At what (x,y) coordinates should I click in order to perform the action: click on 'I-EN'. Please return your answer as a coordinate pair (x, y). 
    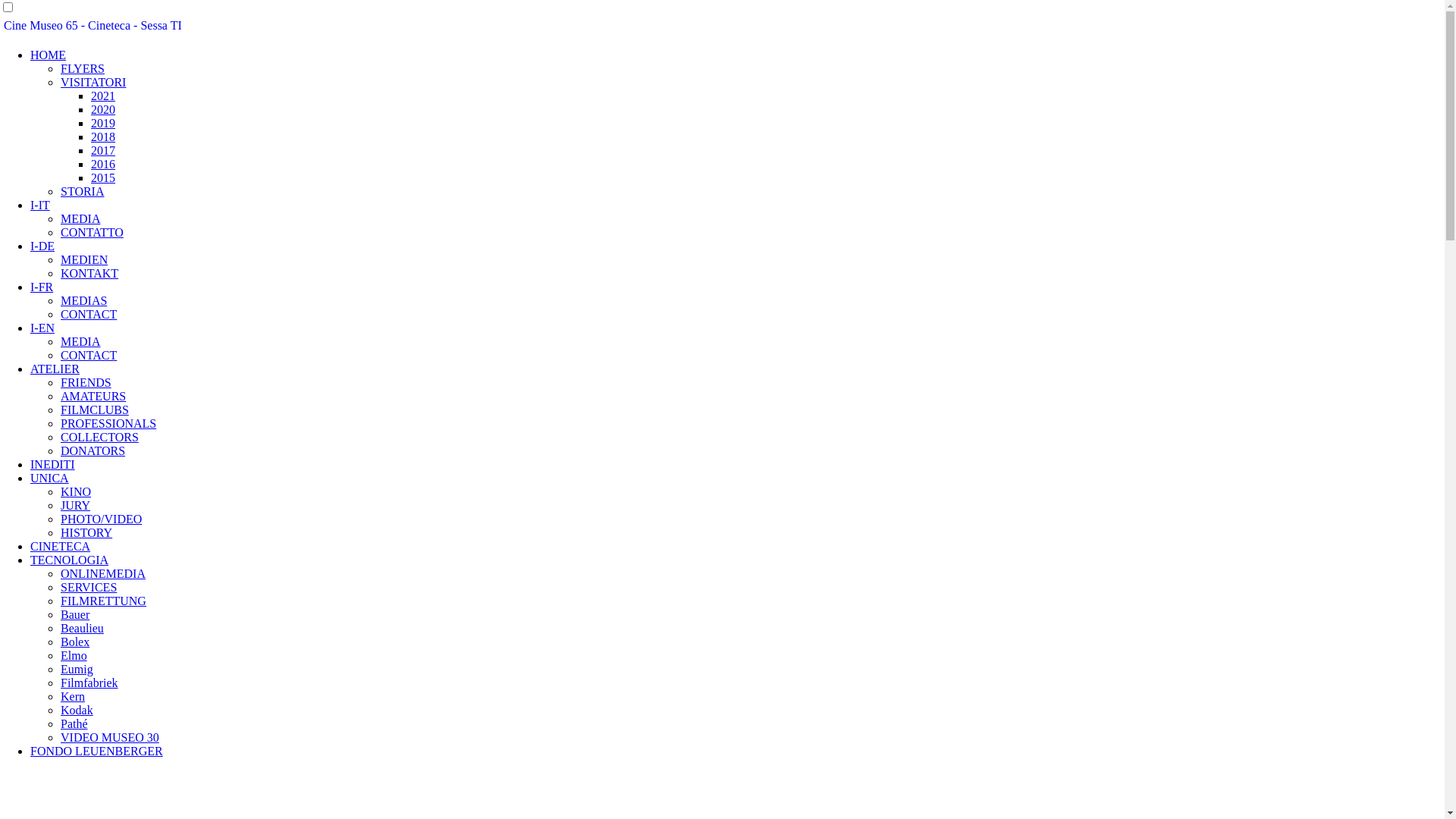
    Looking at the image, I should click on (30, 327).